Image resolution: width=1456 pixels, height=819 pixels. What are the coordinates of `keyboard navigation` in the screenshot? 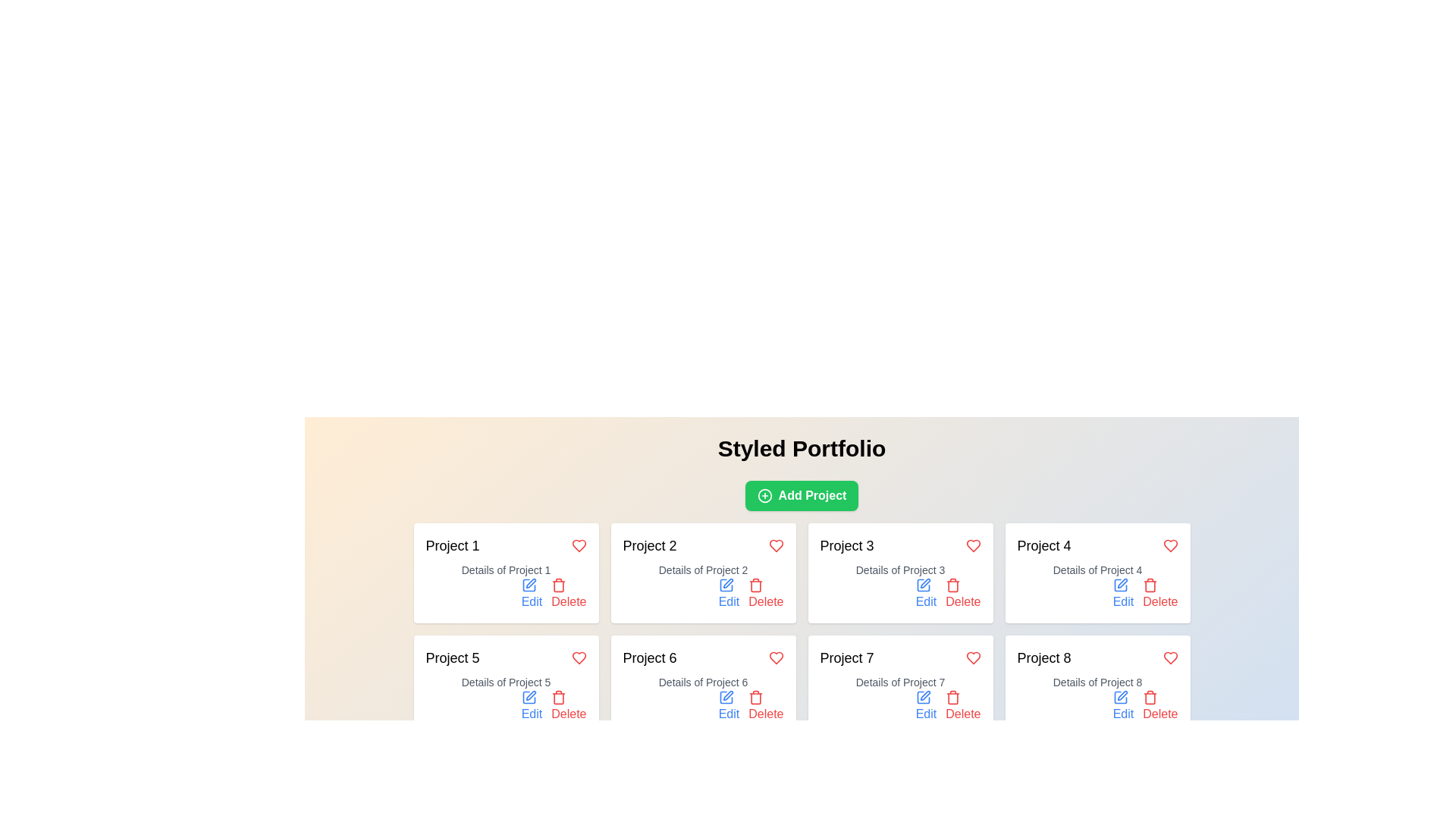 It's located at (962, 593).